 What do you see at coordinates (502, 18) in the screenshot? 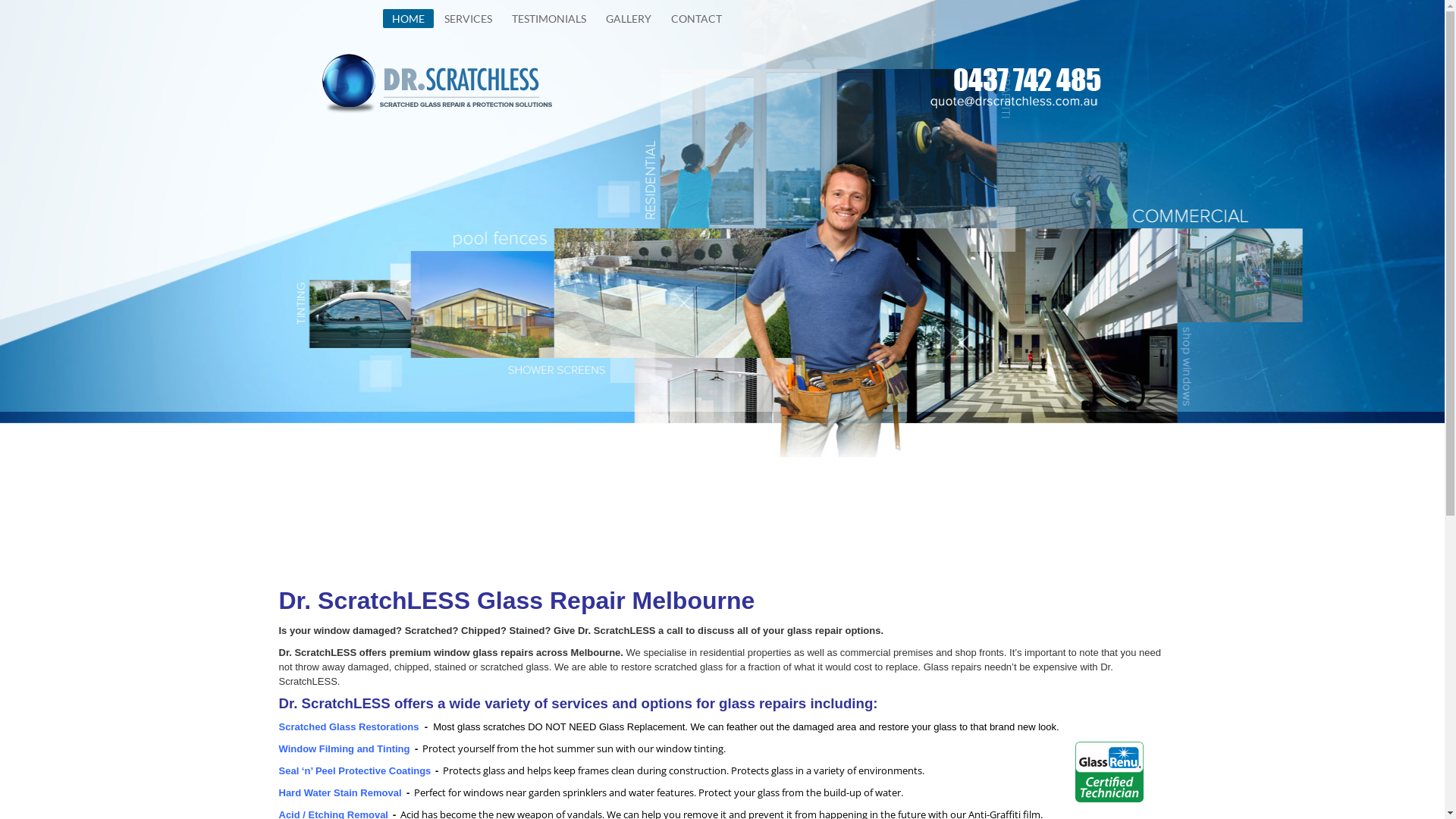
I see `'TESTIMONIALS'` at bounding box center [502, 18].